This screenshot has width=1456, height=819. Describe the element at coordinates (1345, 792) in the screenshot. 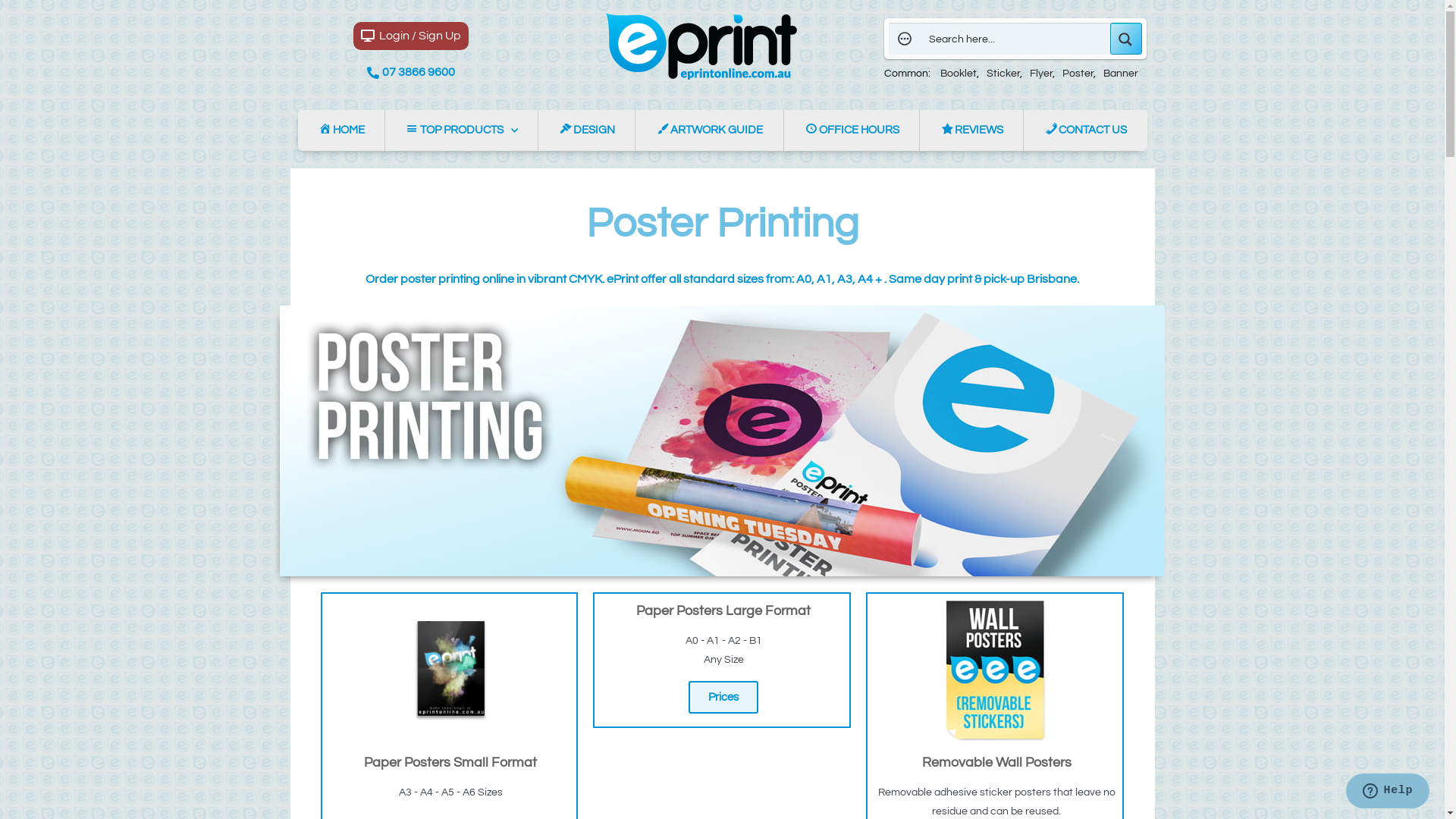

I see `'Opens a widget where you can chat to one of our agents'` at that location.